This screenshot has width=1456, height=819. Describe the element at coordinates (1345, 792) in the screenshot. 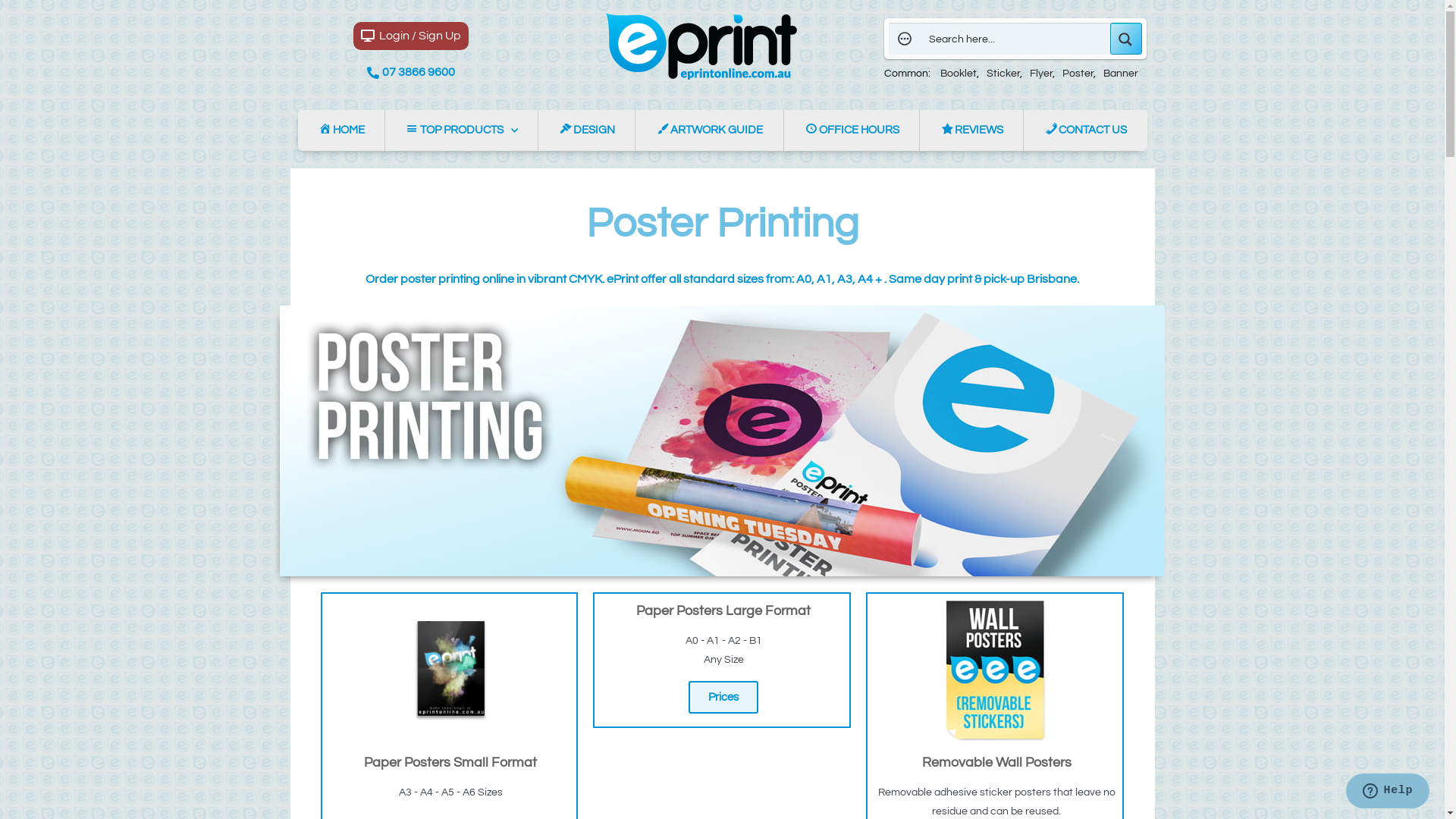

I see `'Opens a widget where you can chat to one of our agents'` at that location.